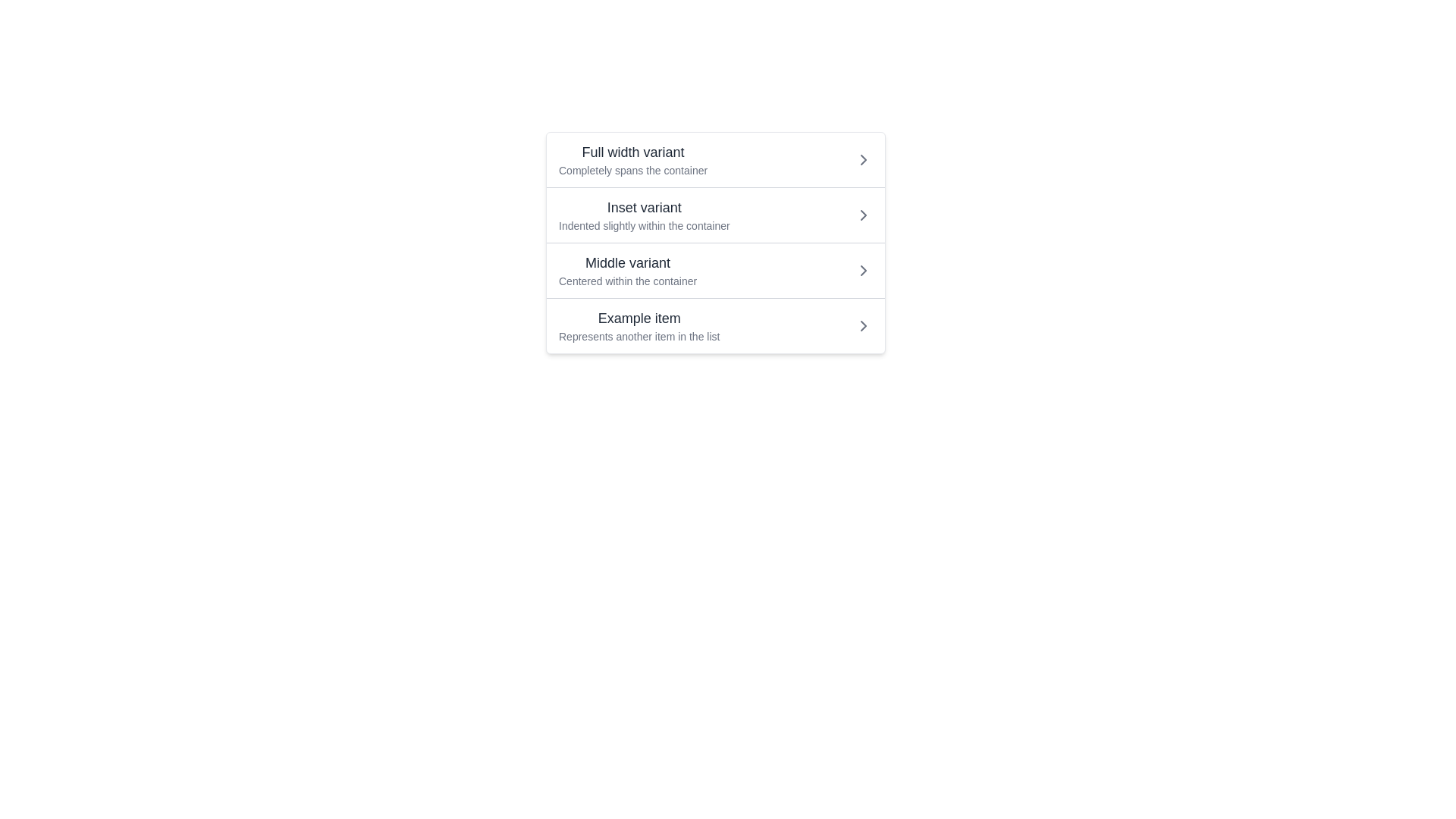 This screenshot has width=1456, height=819. Describe the element at coordinates (644, 215) in the screenshot. I see `the second item in the vertical list, which serves as a label providing a title and description for a selectable option` at that location.